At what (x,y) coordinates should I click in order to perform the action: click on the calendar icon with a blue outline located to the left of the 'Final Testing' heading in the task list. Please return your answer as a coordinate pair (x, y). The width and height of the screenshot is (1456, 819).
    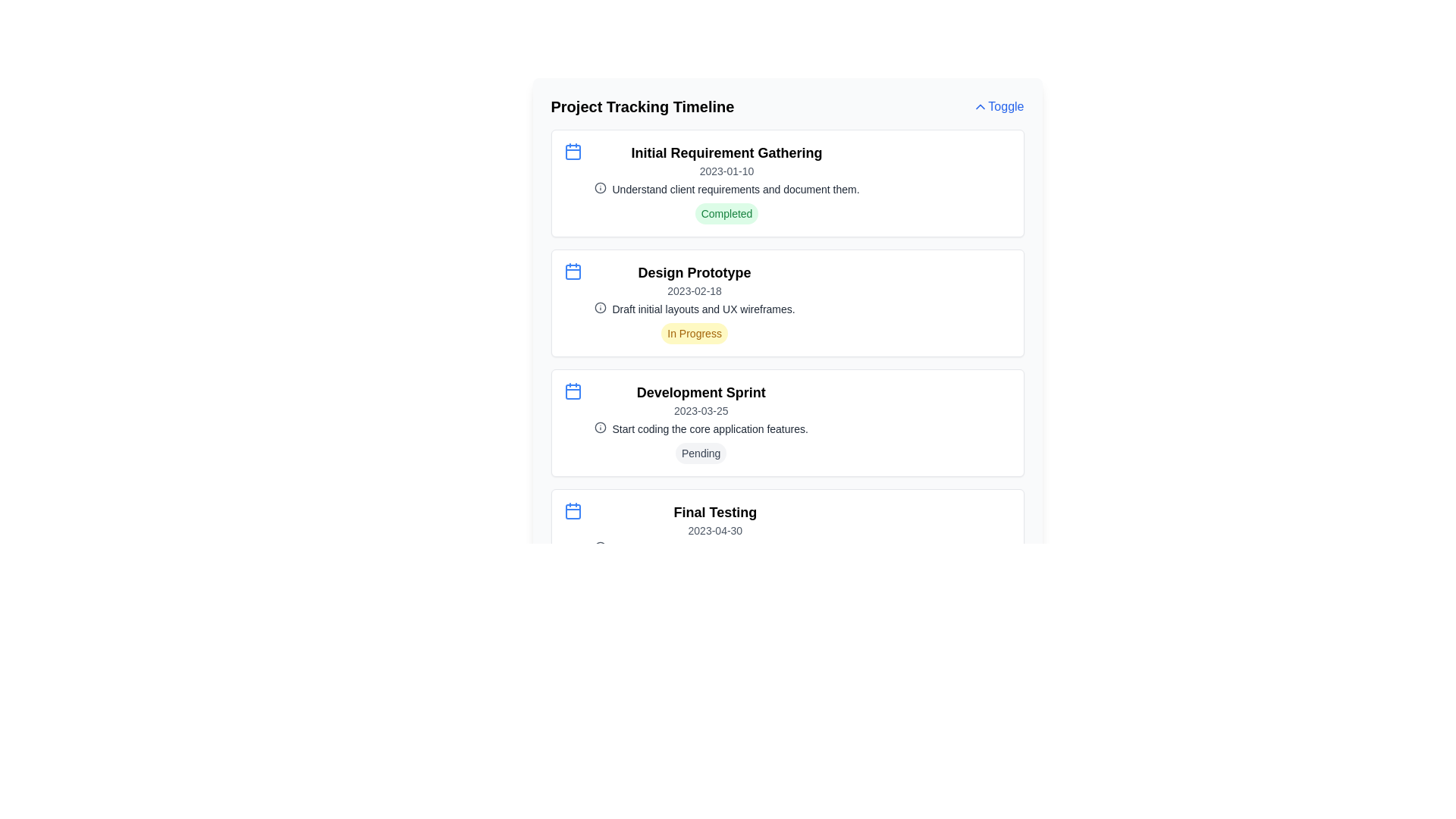
    Looking at the image, I should click on (572, 511).